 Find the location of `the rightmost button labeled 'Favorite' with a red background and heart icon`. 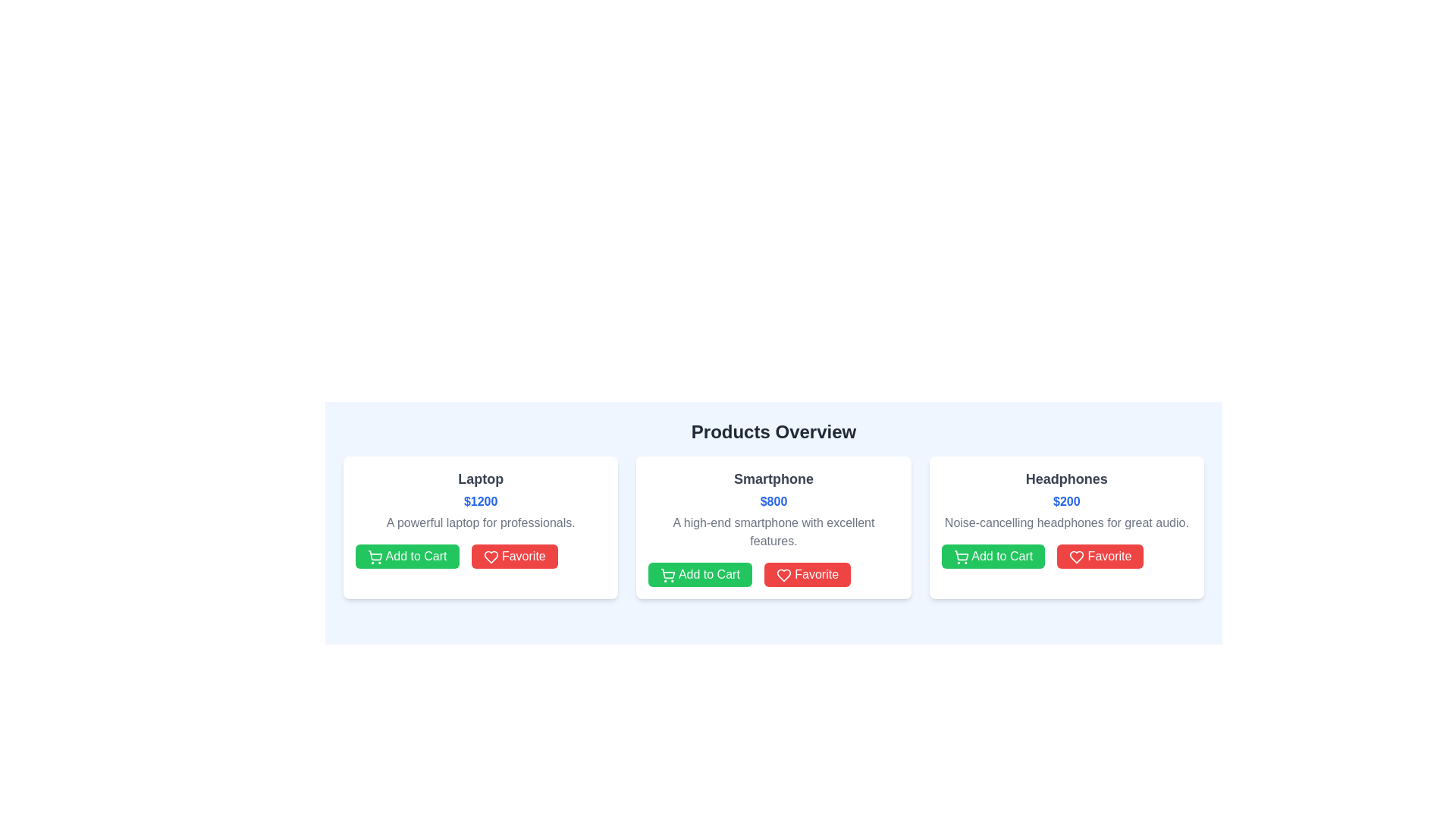

the rightmost button labeled 'Favorite' with a red background and heart icon is located at coordinates (1100, 556).